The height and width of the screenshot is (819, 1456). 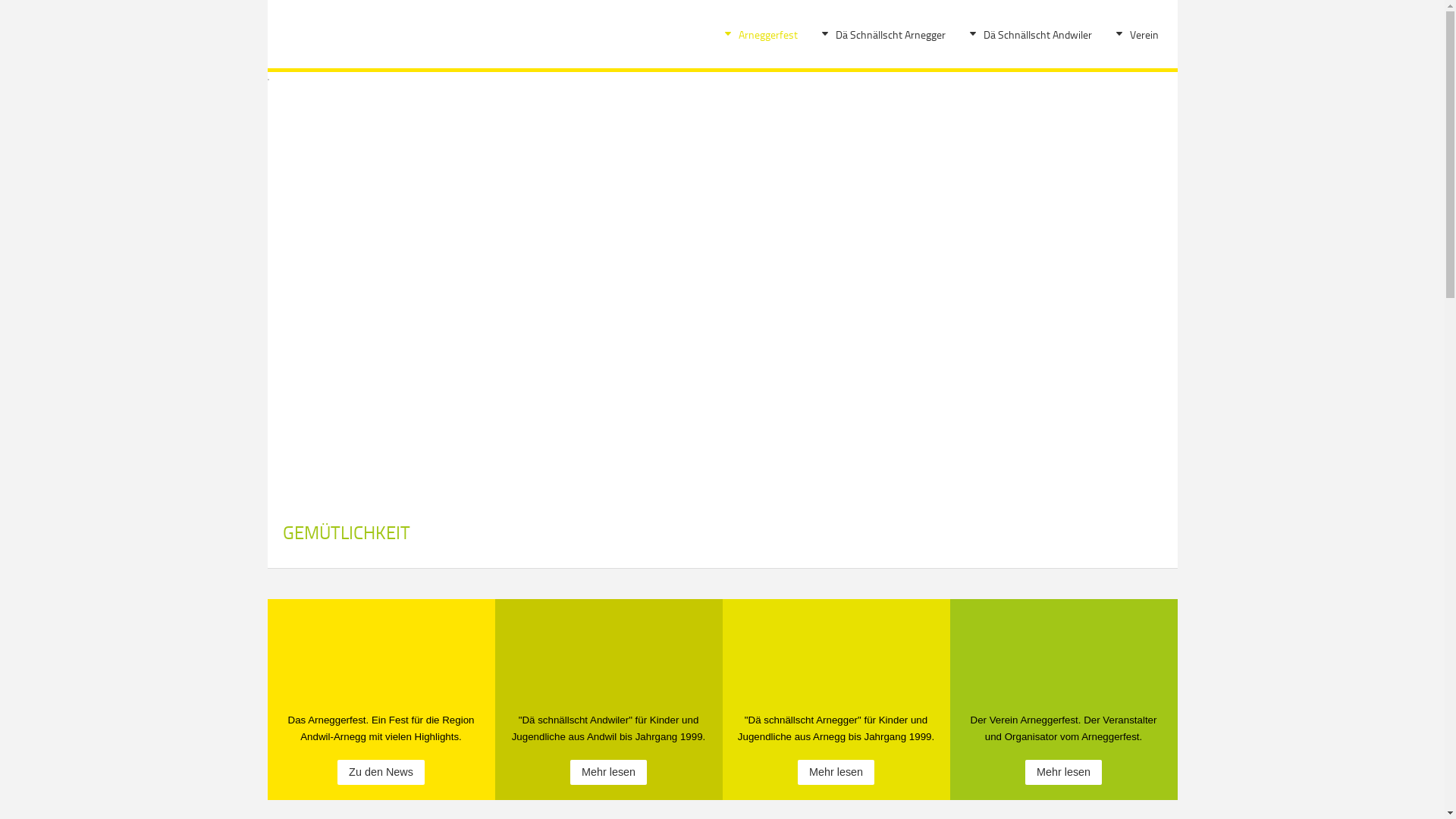 What do you see at coordinates (1143, 34) in the screenshot?
I see `'Verein'` at bounding box center [1143, 34].